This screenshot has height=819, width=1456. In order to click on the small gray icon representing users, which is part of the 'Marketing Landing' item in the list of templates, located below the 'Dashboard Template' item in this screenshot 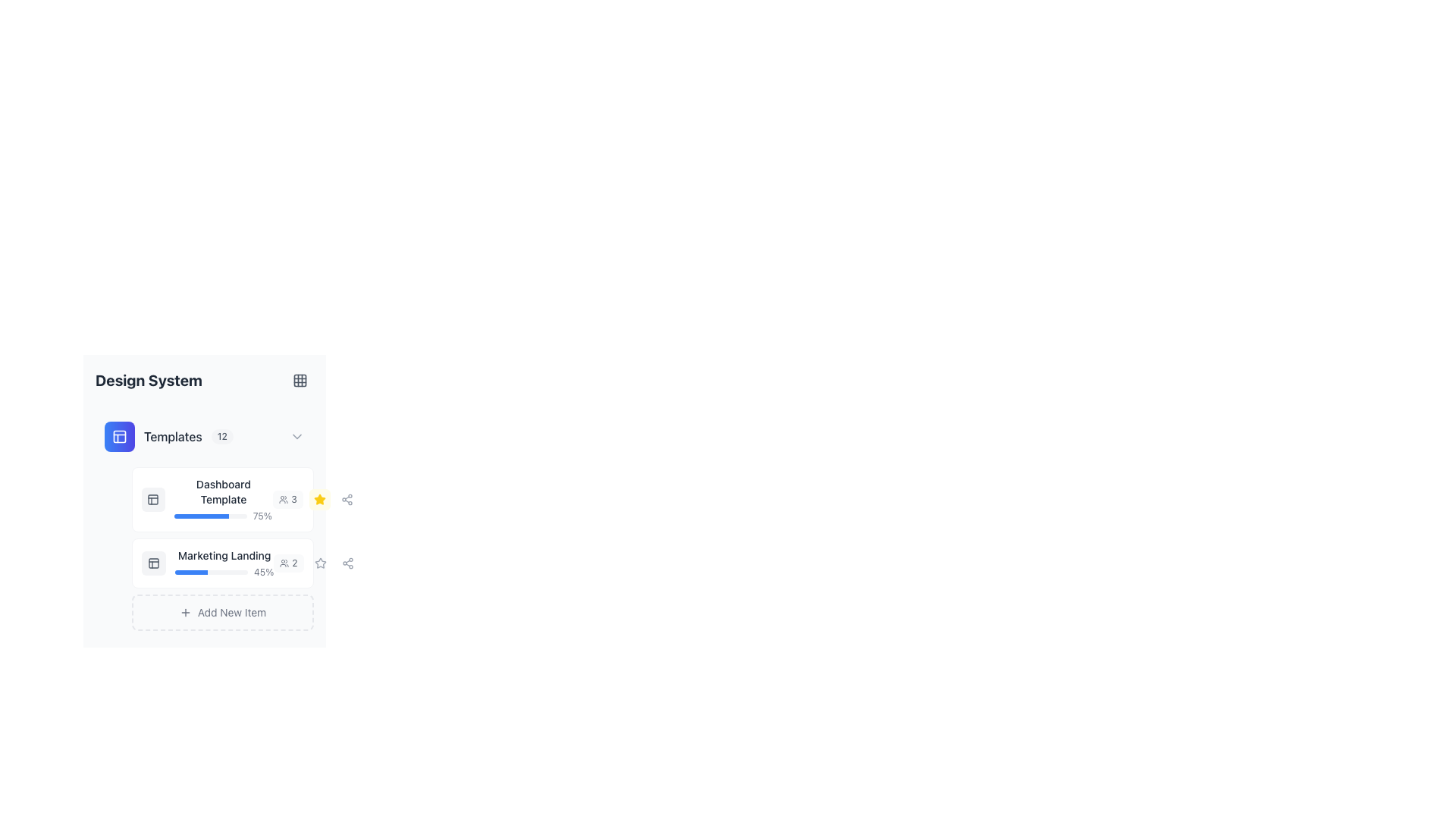, I will do `click(284, 563)`.